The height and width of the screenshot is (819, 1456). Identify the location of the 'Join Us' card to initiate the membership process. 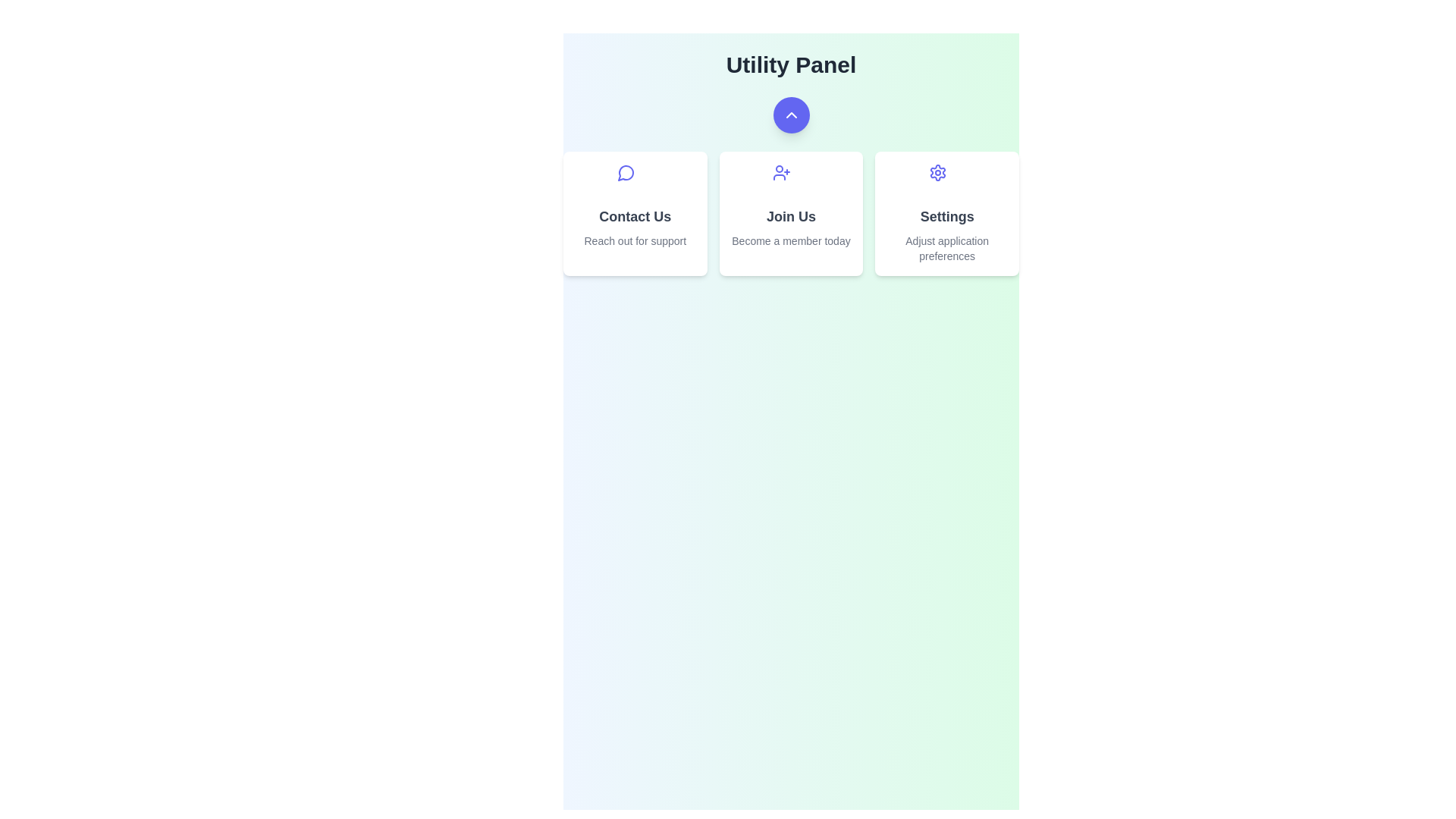
(790, 213).